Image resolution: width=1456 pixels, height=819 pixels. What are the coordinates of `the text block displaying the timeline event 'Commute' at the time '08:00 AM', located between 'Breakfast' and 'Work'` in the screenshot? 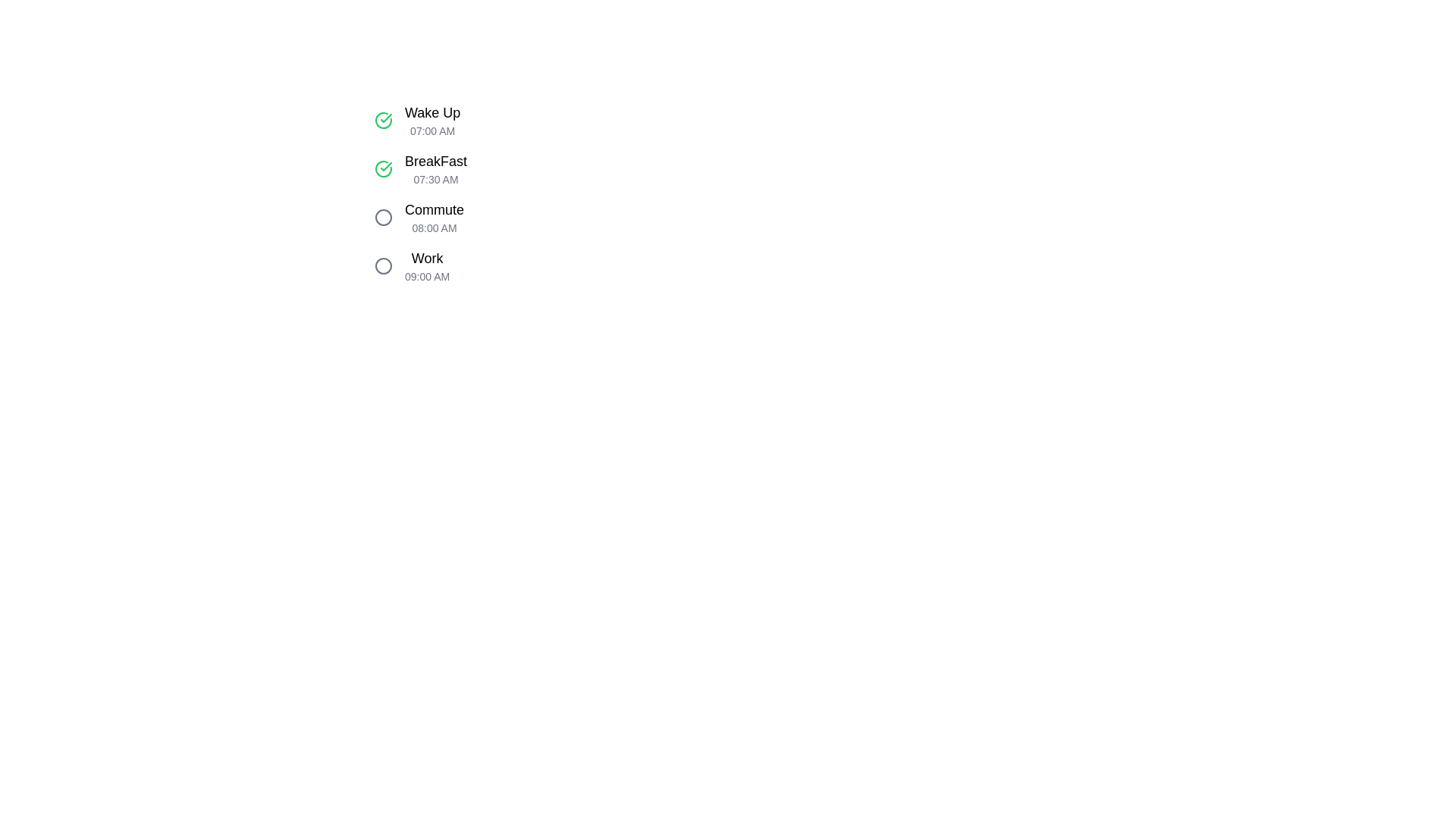 It's located at (433, 217).